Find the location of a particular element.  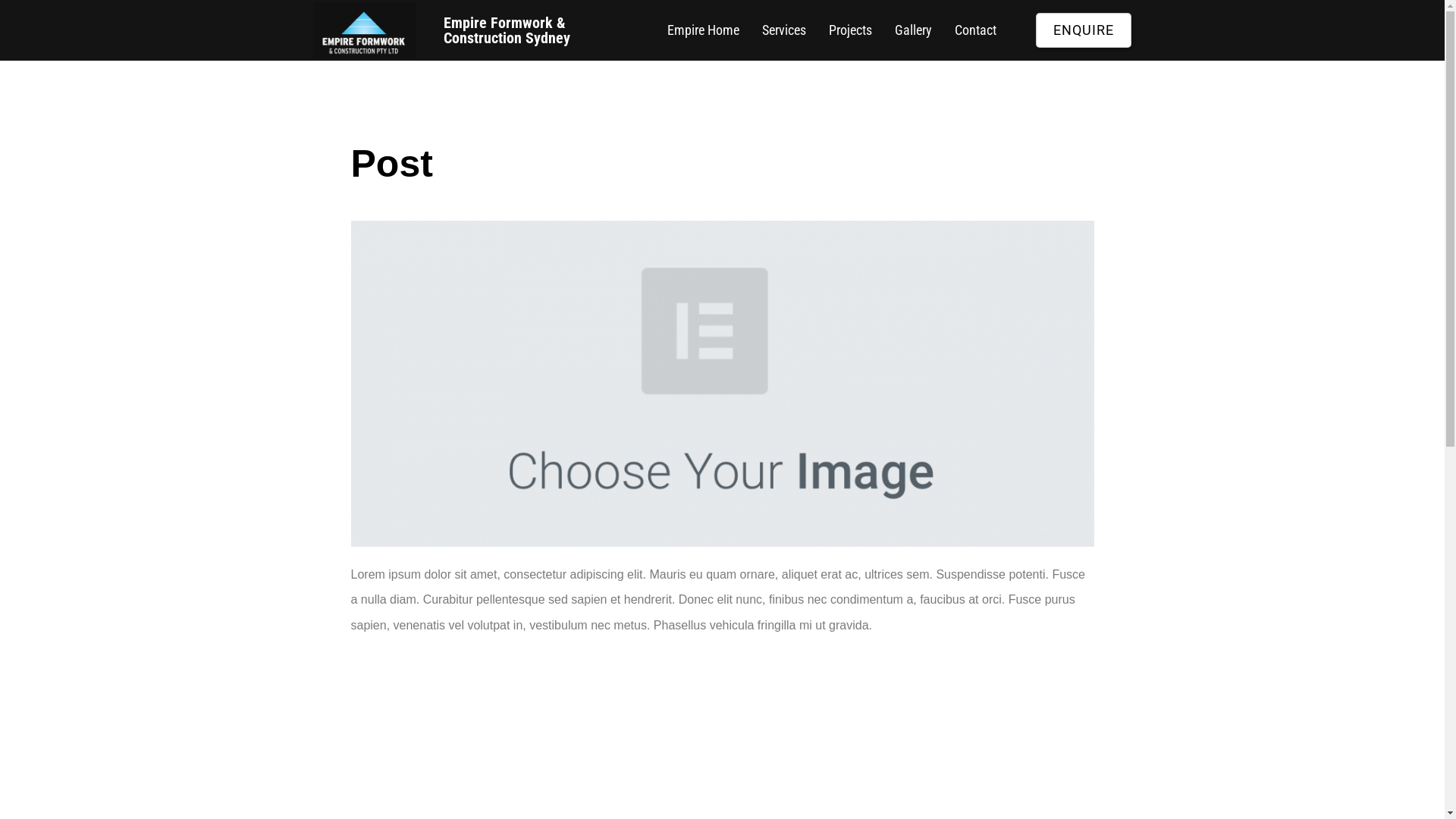

'Projects' is located at coordinates (850, 30).